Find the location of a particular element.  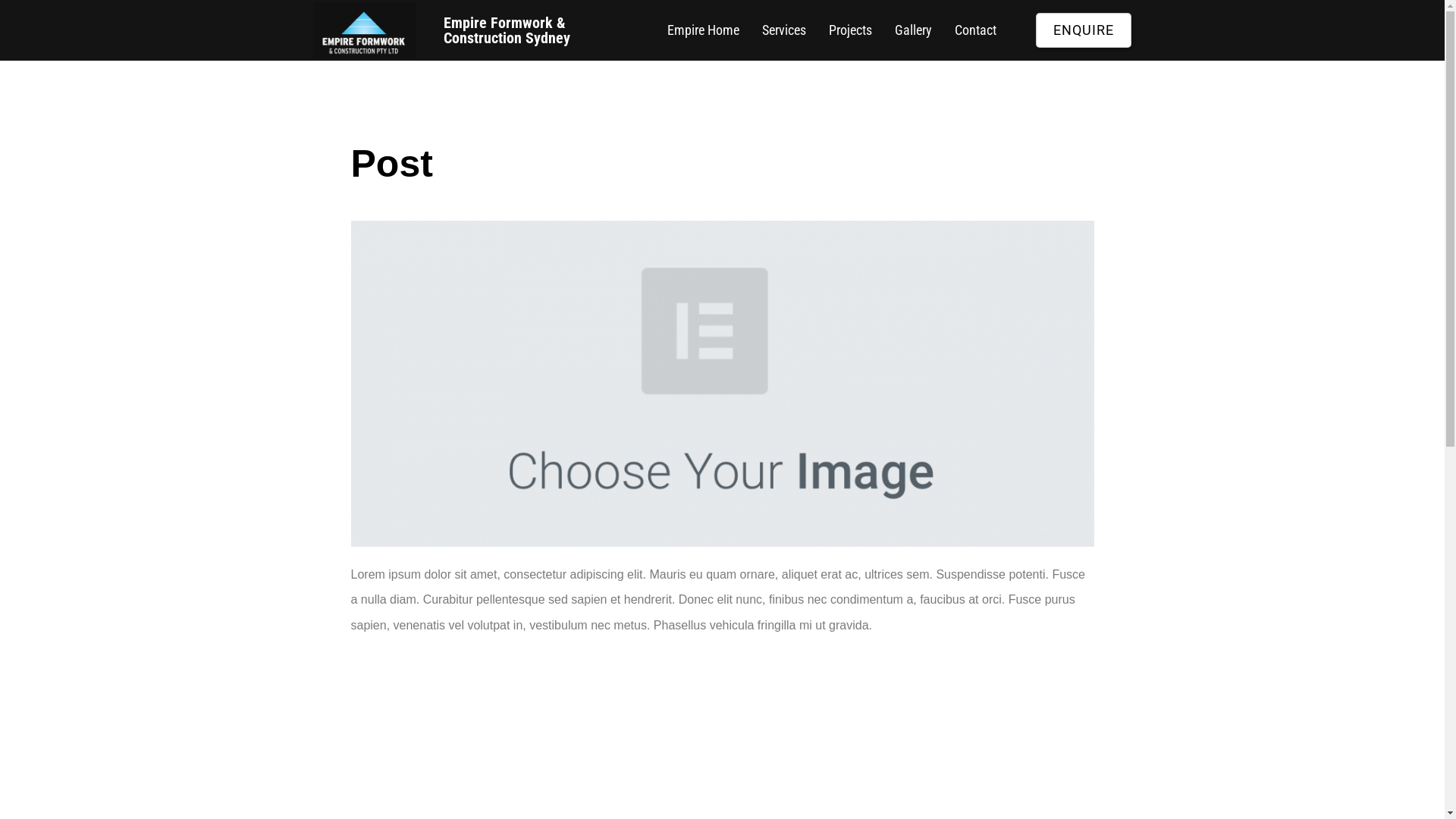

'Projects' is located at coordinates (850, 30).